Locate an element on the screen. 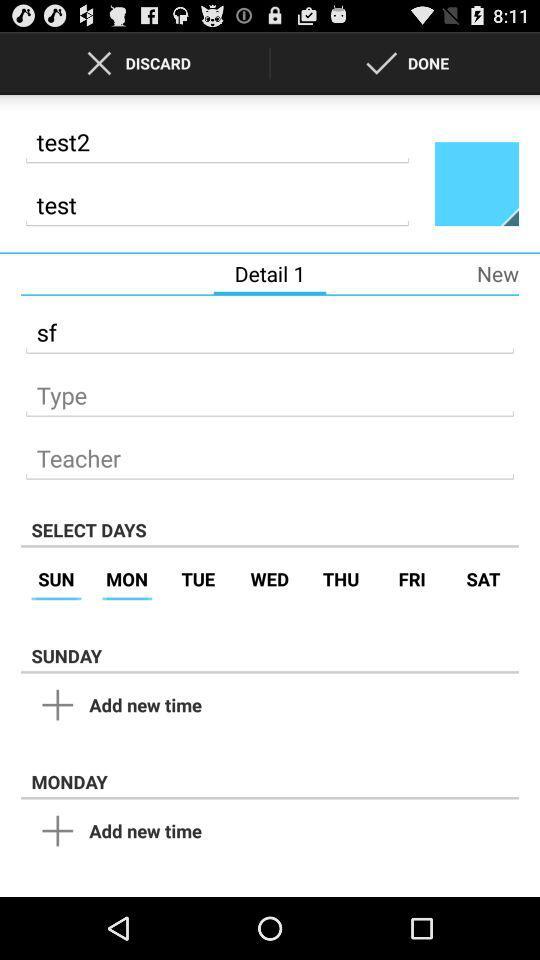 The image size is (540, 960). insert type is located at coordinates (270, 388).